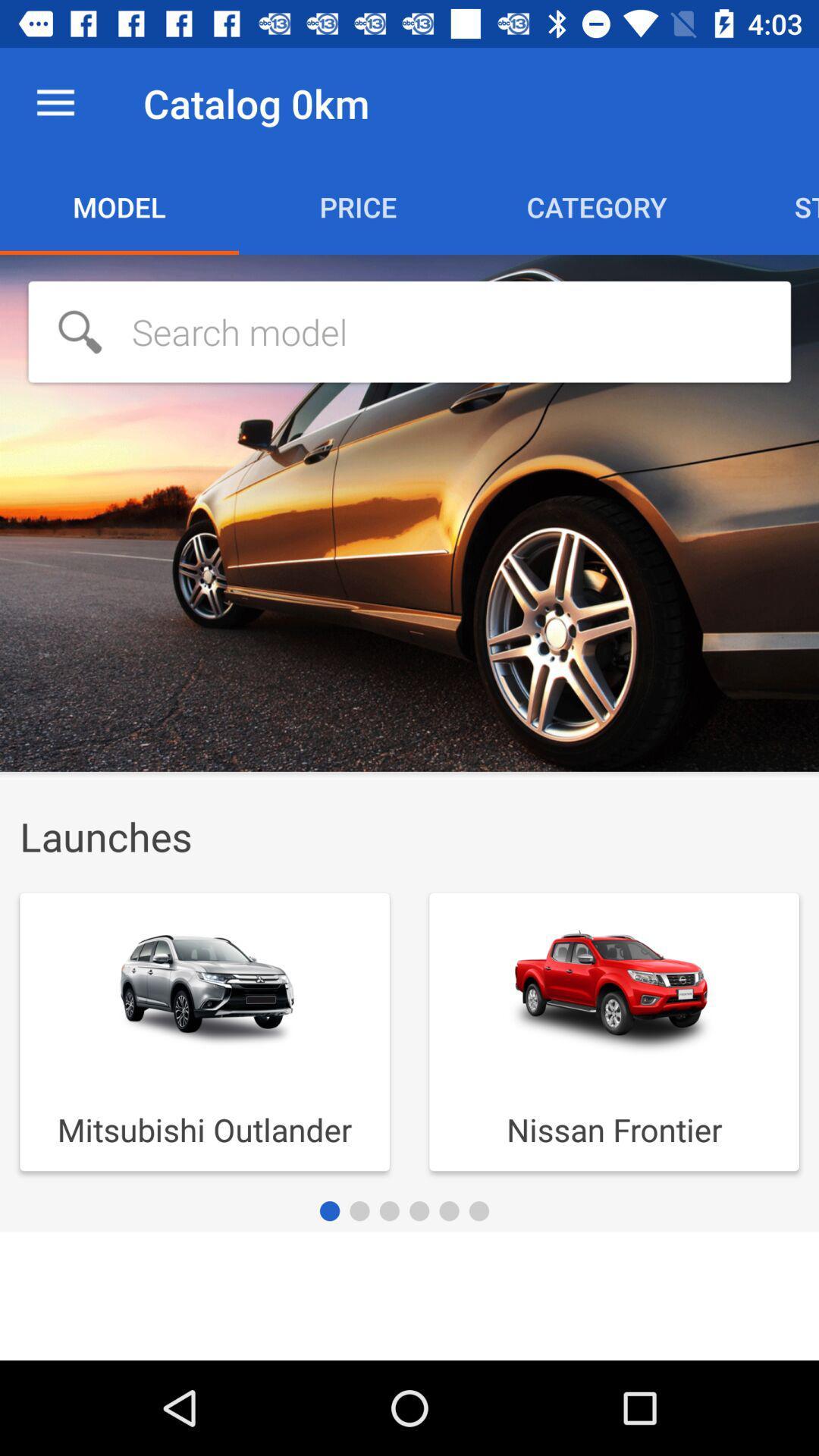 Image resolution: width=819 pixels, height=1456 pixels. What do you see at coordinates (55, 102) in the screenshot?
I see `item above model` at bounding box center [55, 102].